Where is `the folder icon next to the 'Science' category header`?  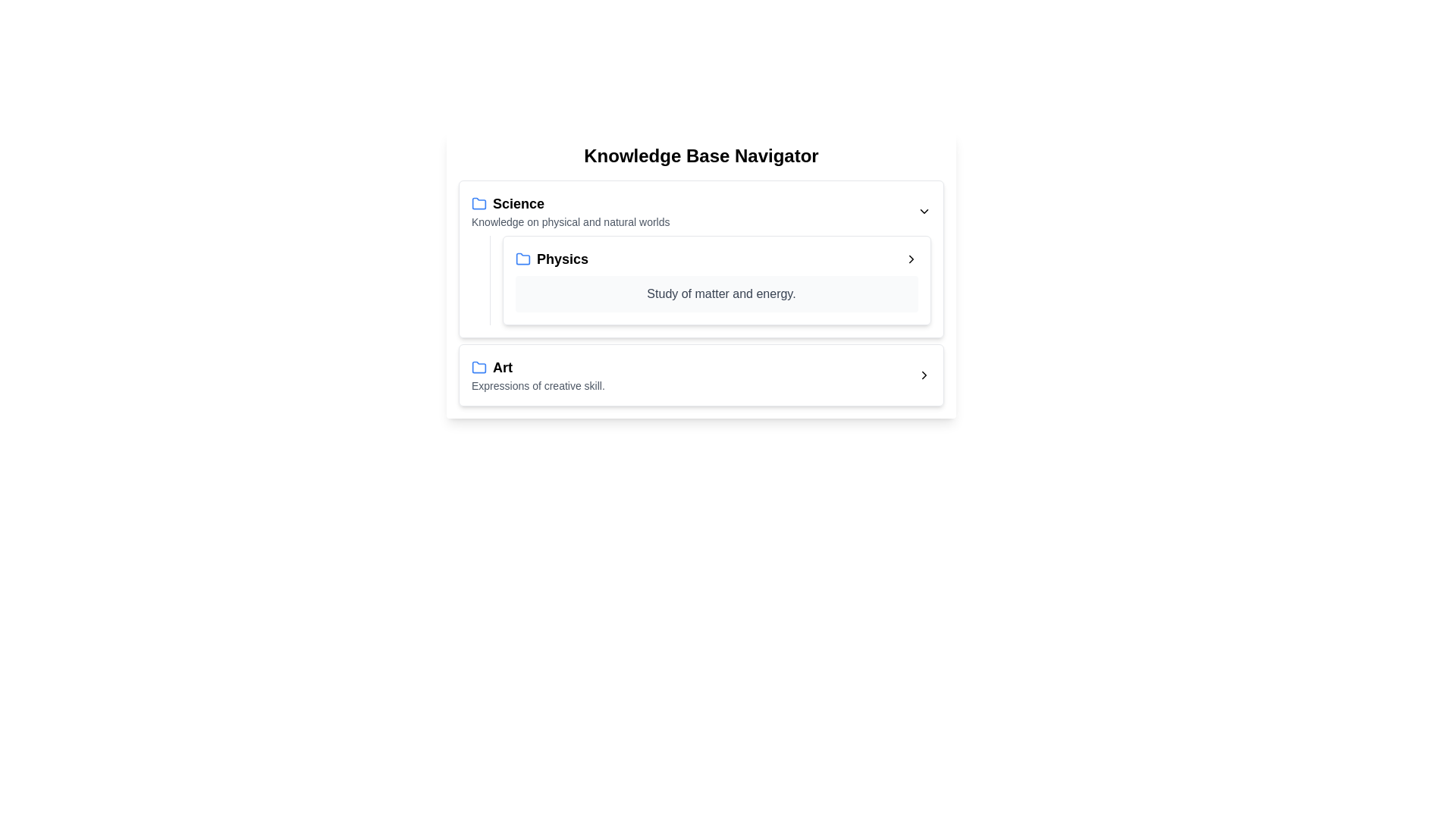
the folder icon next to the 'Science' category header is located at coordinates (570, 211).